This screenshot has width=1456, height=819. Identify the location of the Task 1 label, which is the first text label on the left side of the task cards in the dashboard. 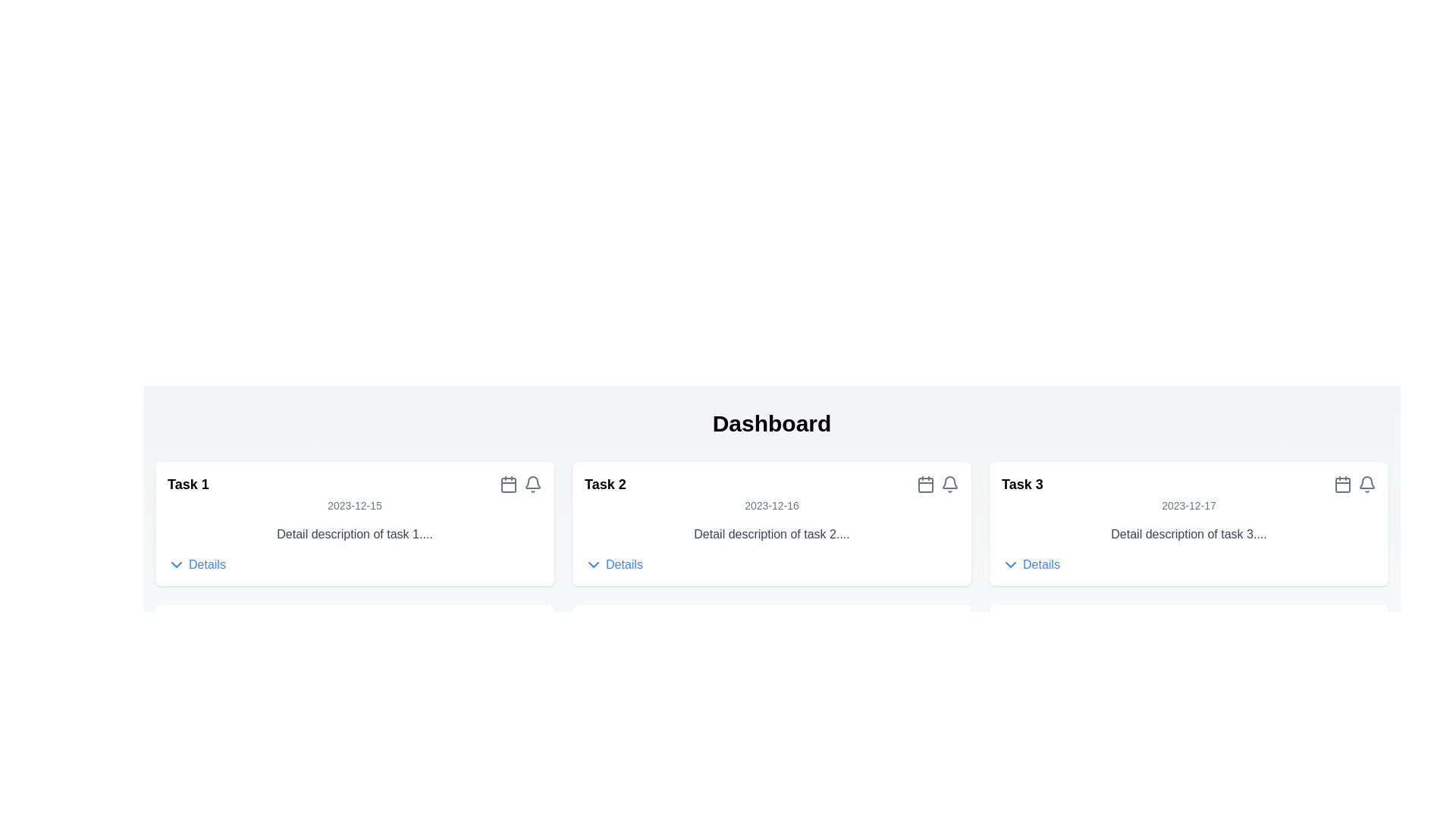
(187, 485).